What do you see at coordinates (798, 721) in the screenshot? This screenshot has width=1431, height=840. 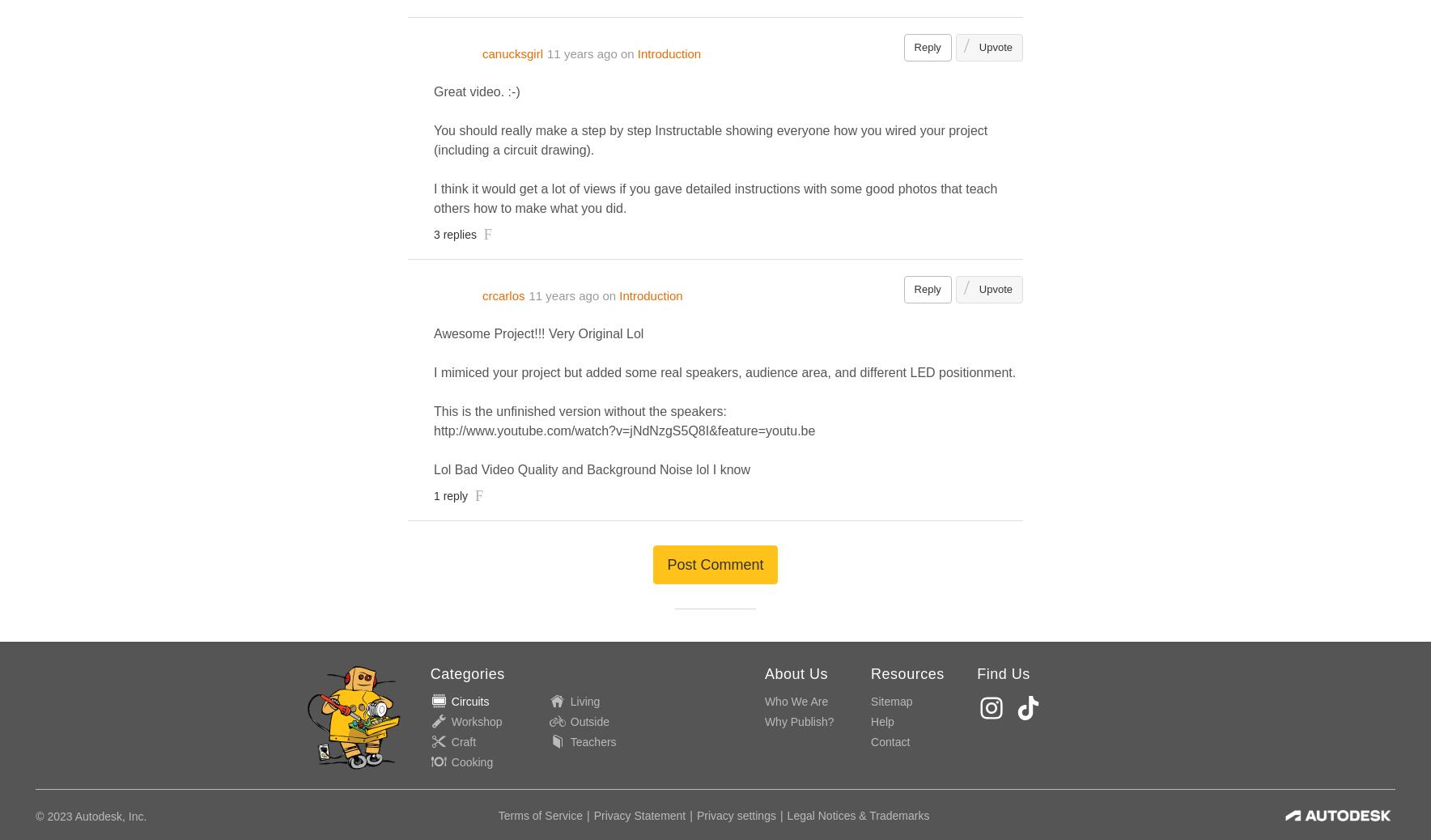 I see `'Why Publish?'` at bounding box center [798, 721].